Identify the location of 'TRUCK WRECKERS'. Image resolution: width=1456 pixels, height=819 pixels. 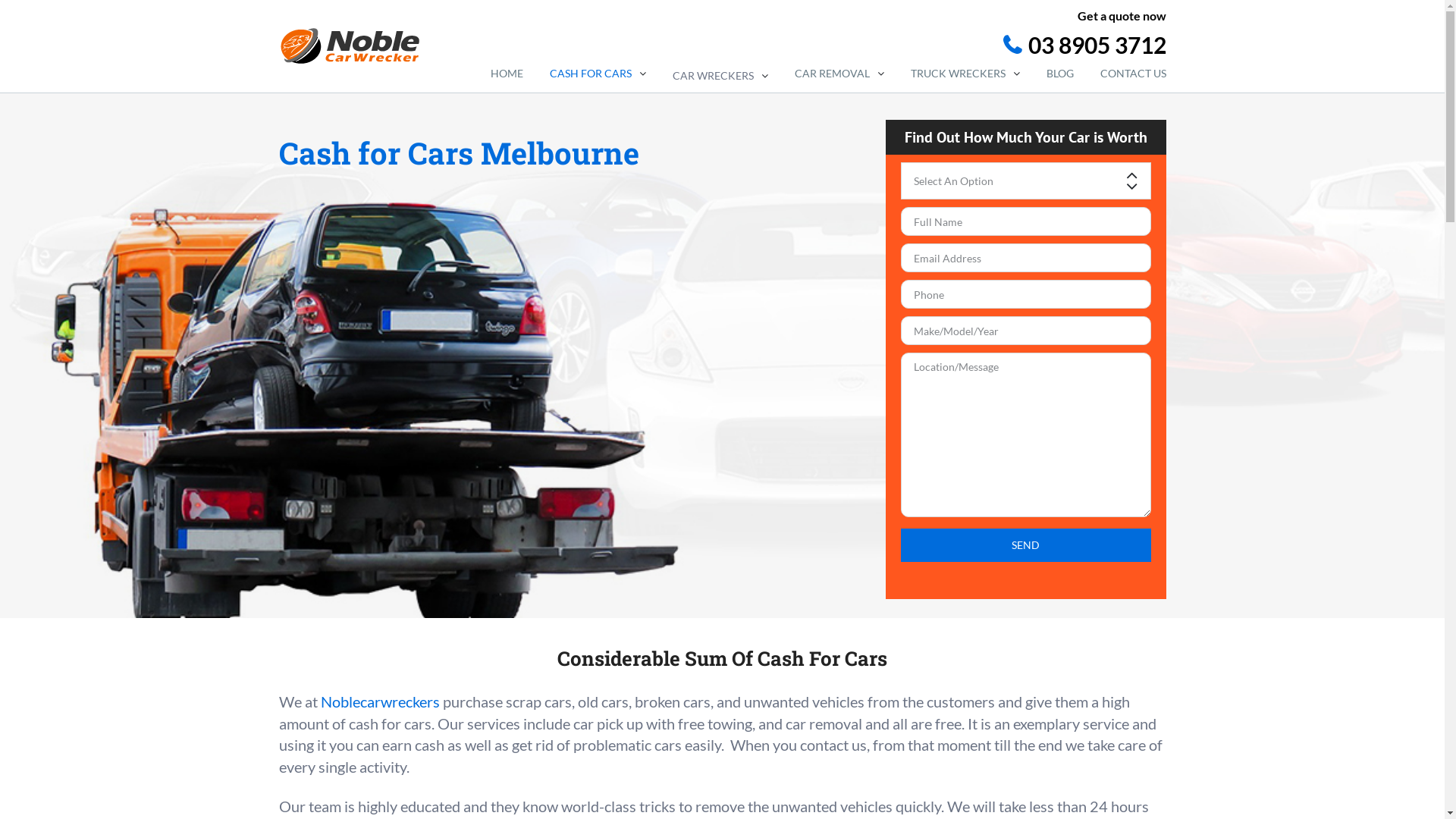
(964, 73).